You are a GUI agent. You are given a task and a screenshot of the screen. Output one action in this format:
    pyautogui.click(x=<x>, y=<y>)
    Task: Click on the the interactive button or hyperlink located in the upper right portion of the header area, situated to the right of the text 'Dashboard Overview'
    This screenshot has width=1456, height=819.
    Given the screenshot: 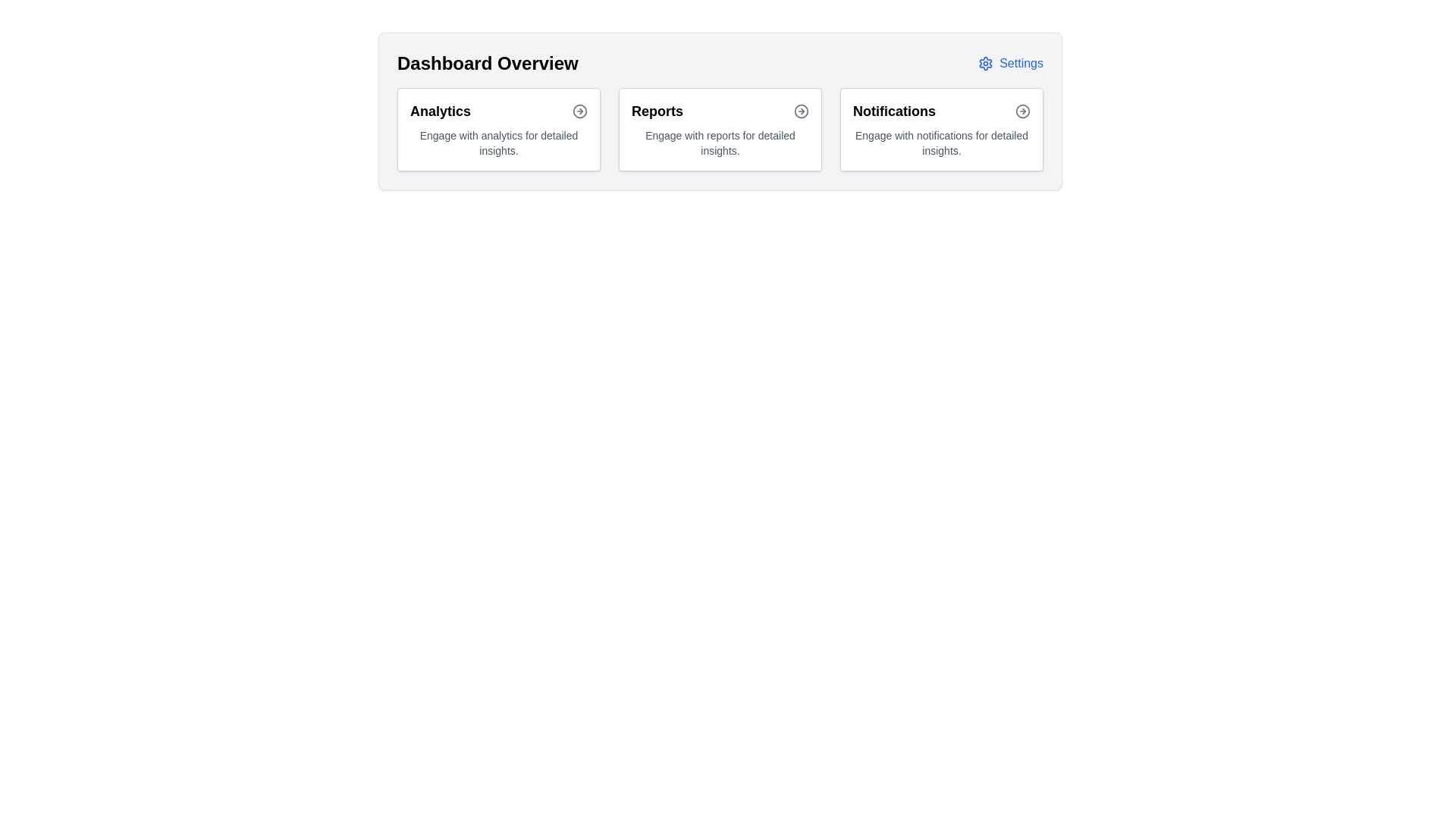 What is the action you would take?
    pyautogui.click(x=1011, y=63)
    